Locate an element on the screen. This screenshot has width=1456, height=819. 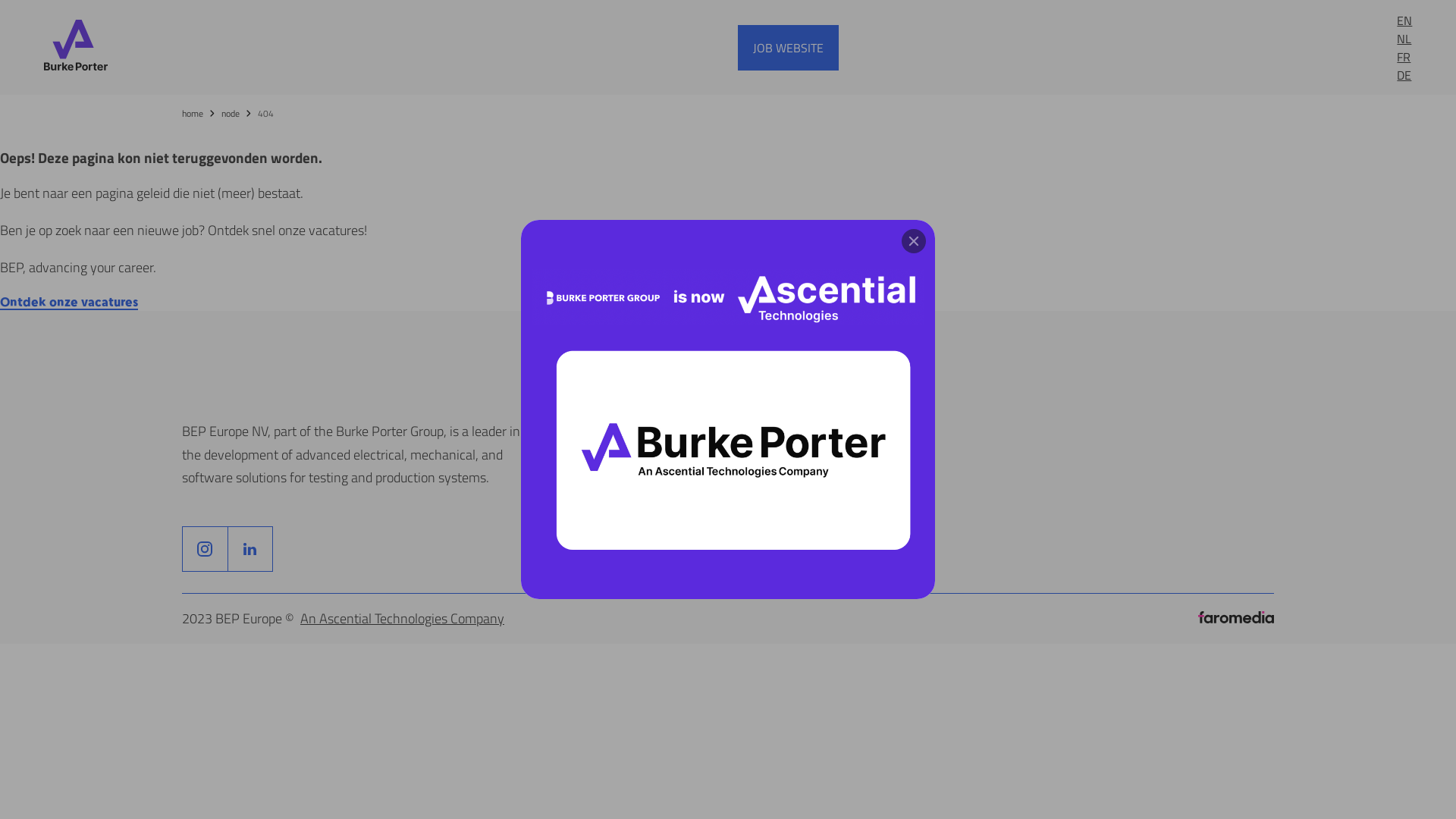
'privacy policy' is located at coordinates (830, 500).